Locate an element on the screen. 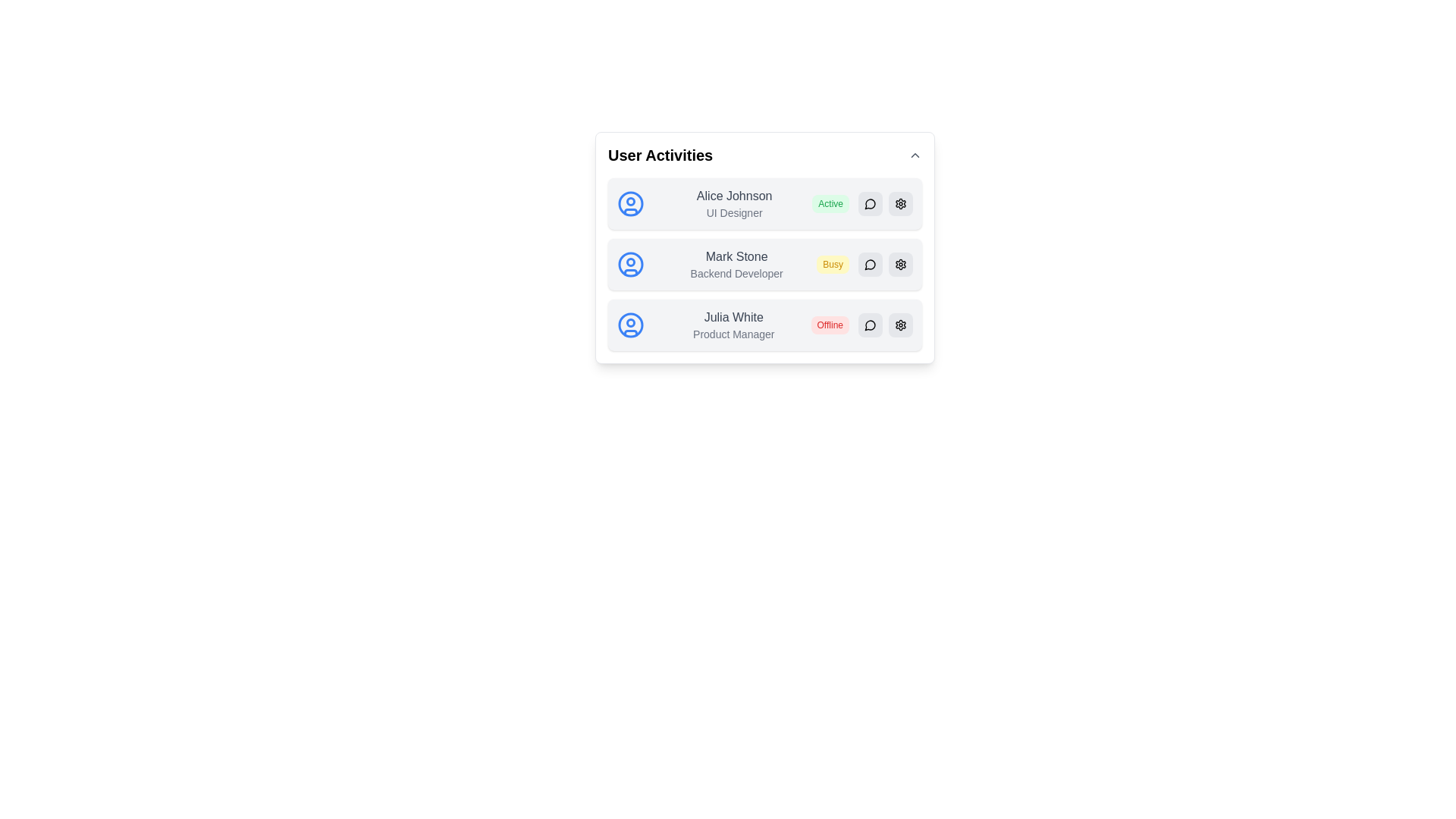 The width and height of the screenshot is (1456, 819). the Status indicator badge that shows the current status ('Busy') of the user Mark Stone, located in the second row of the user activity list, to the right of the text content and left of interactive buttons is located at coordinates (832, 263).